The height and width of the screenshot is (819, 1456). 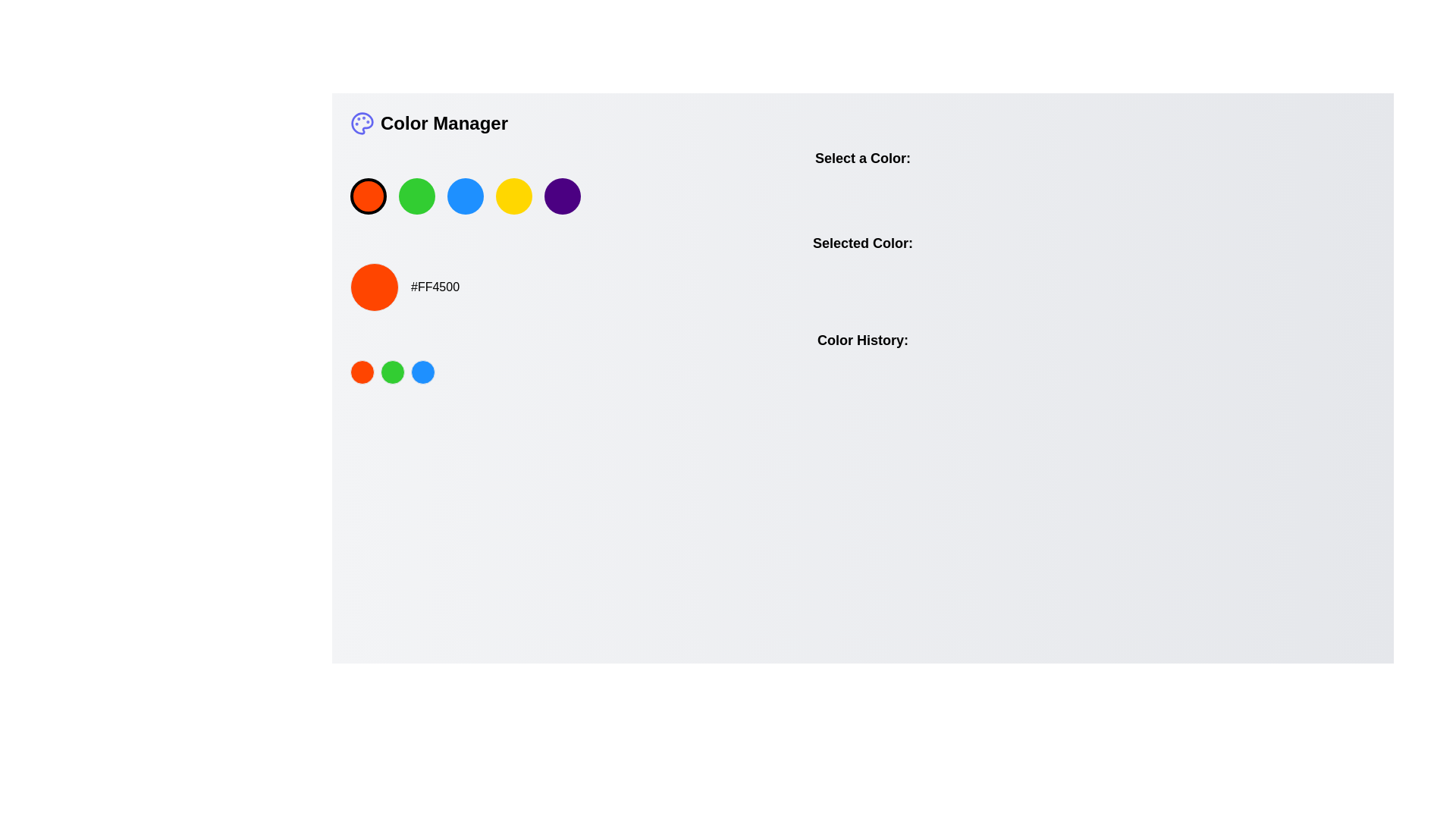 What do you see at coordinates (862, 180) in the screenshot?
I see `the circular color button in the 'Select a Color:' section` at bounding box center [862, 180].